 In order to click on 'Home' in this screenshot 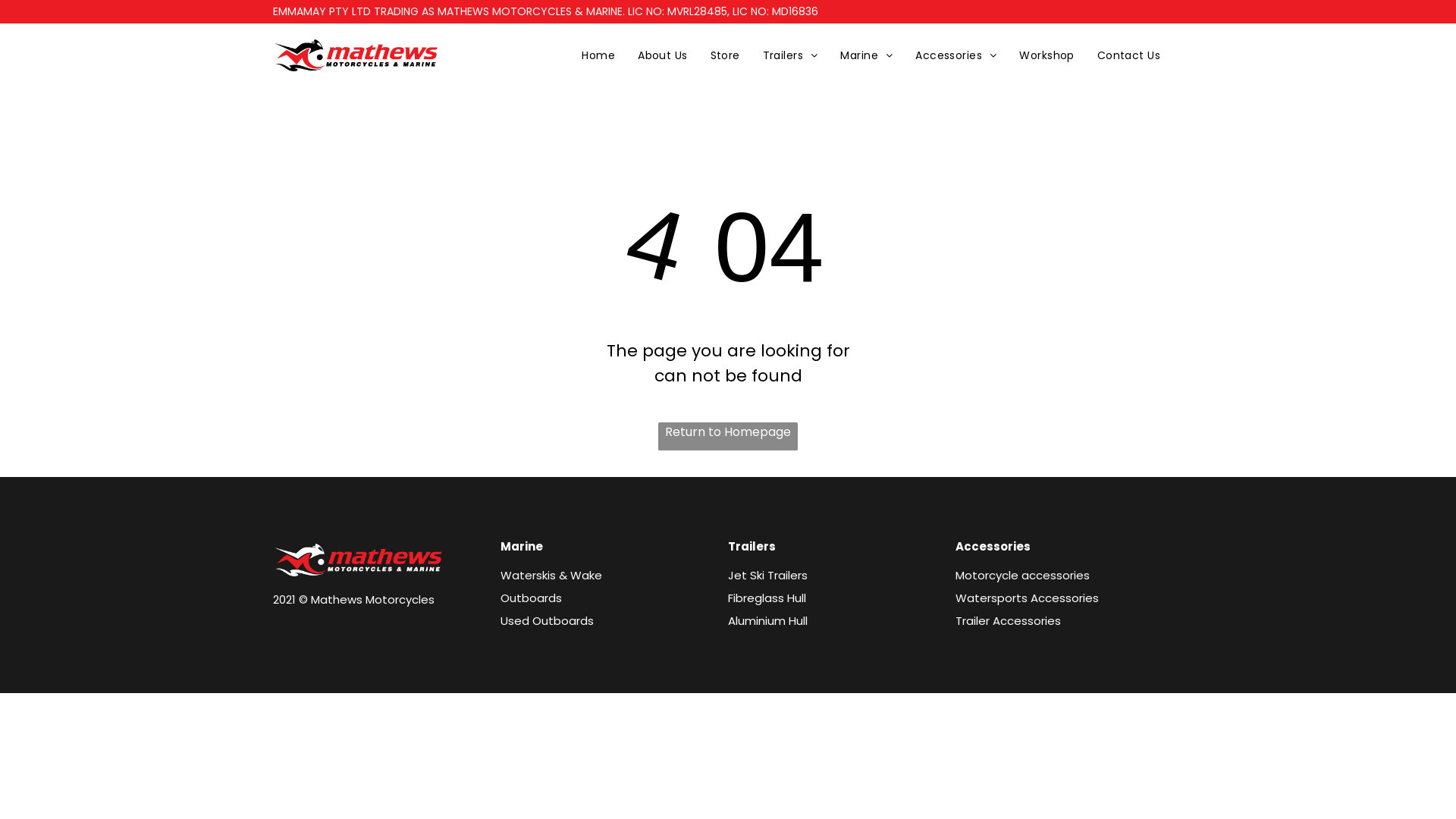, I will do `click(570, 55)`.